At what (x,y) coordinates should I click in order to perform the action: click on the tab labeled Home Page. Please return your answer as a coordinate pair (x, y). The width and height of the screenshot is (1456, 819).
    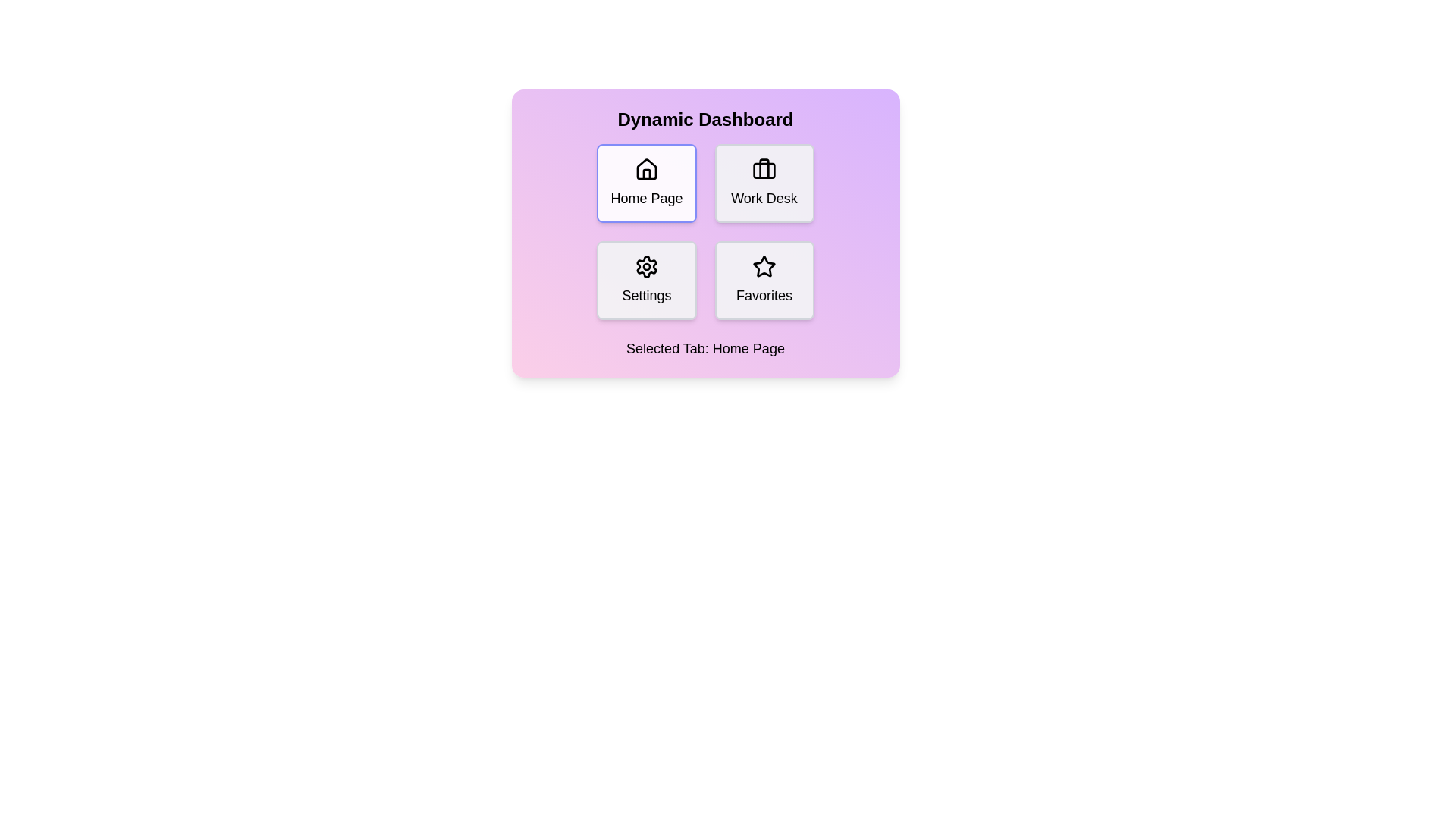
    Looking at the image, I should click on (647, 183).